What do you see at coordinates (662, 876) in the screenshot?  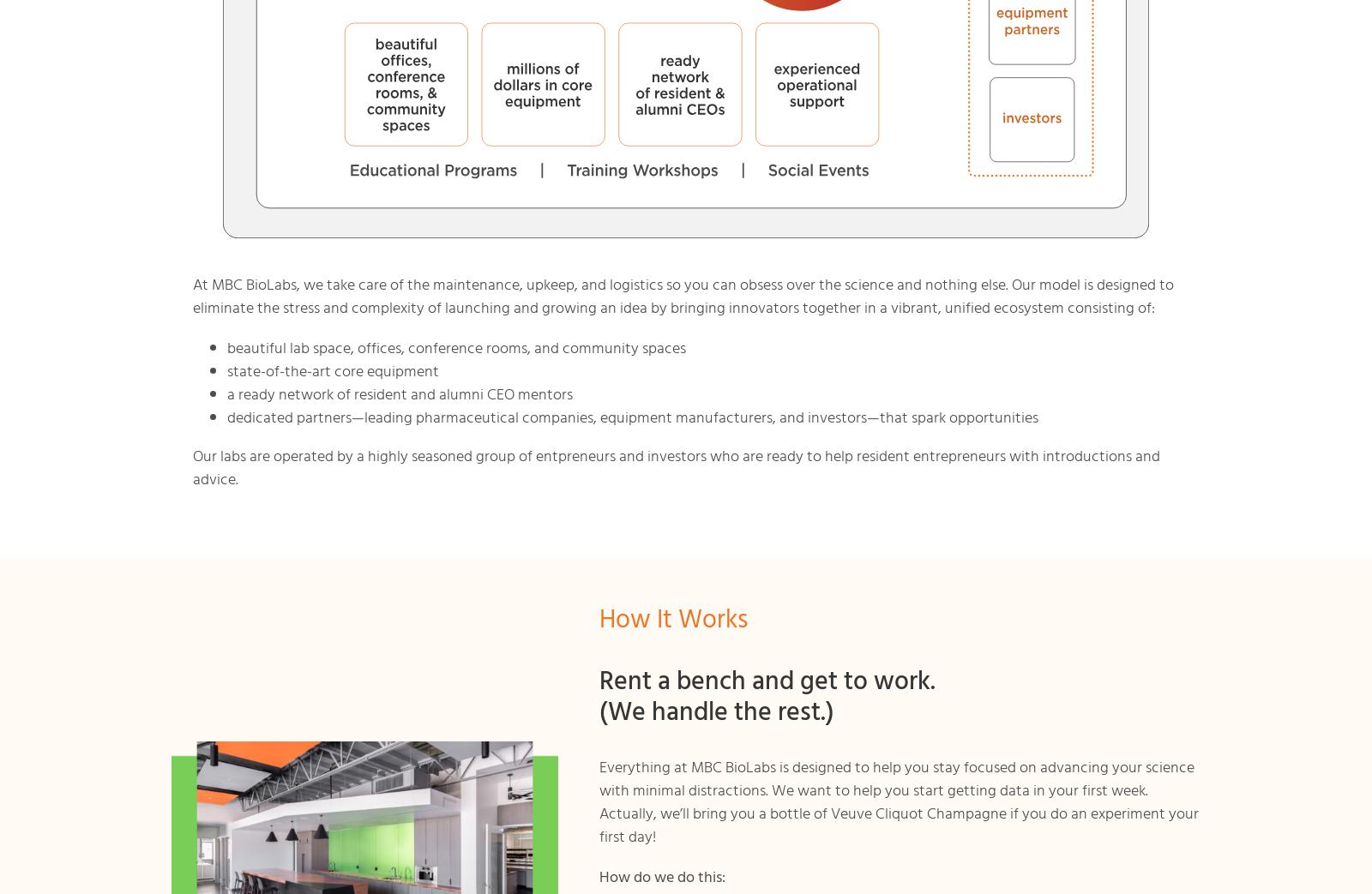 I see `'How do we do this:'` at bounding box center [662, 876].